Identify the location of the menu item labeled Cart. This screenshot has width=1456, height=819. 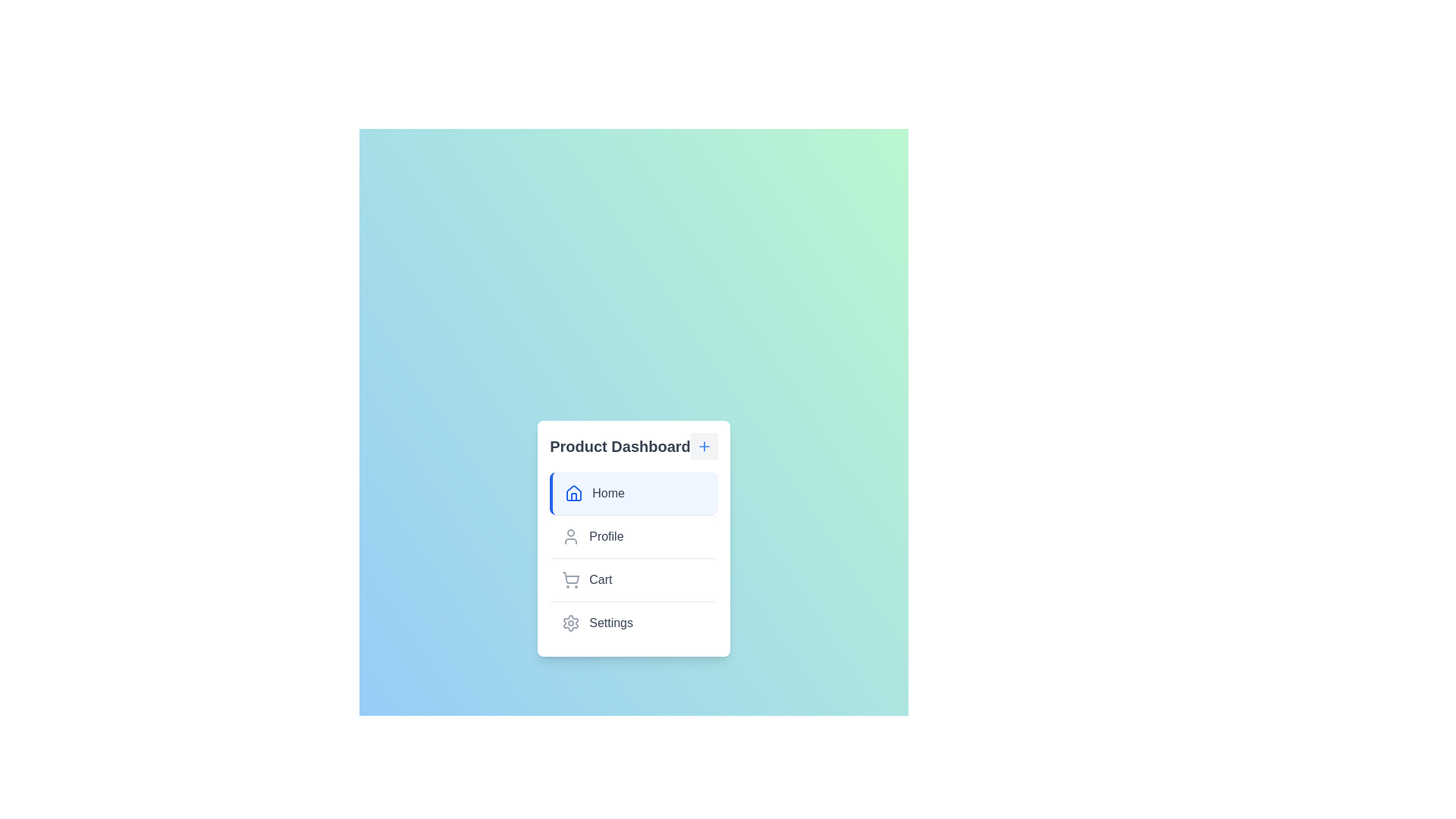
(633, 579).